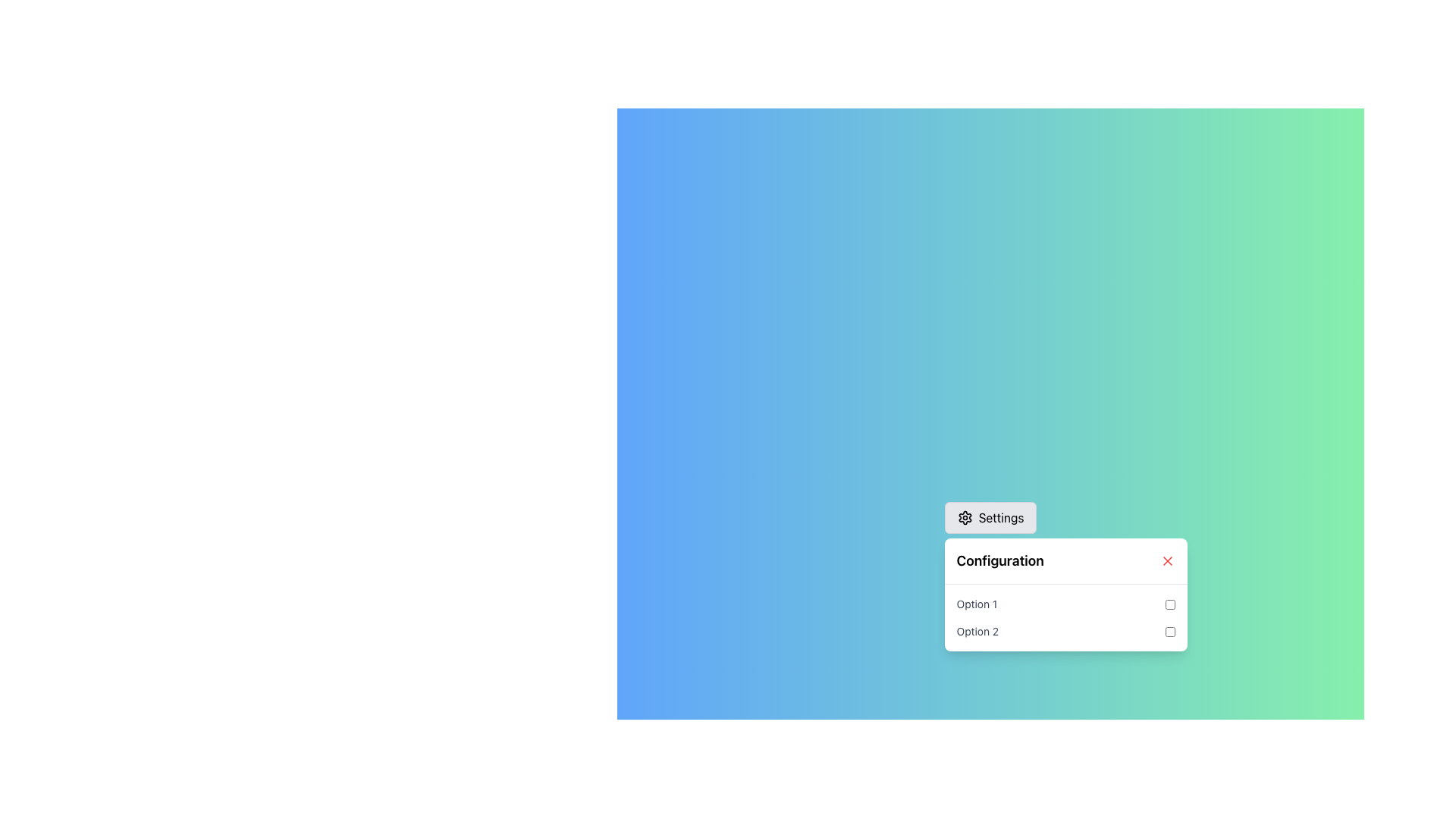 The height and width of the screenshot is (819, 1456). What do you see at coordinates (977, 604) in the screenshot?
I see `the descriptive text label for 'Option 1' located in the 'Configuration' settings dialog box, positioned to the left of the corresponding checkbox` at bounding box center [977, 604].